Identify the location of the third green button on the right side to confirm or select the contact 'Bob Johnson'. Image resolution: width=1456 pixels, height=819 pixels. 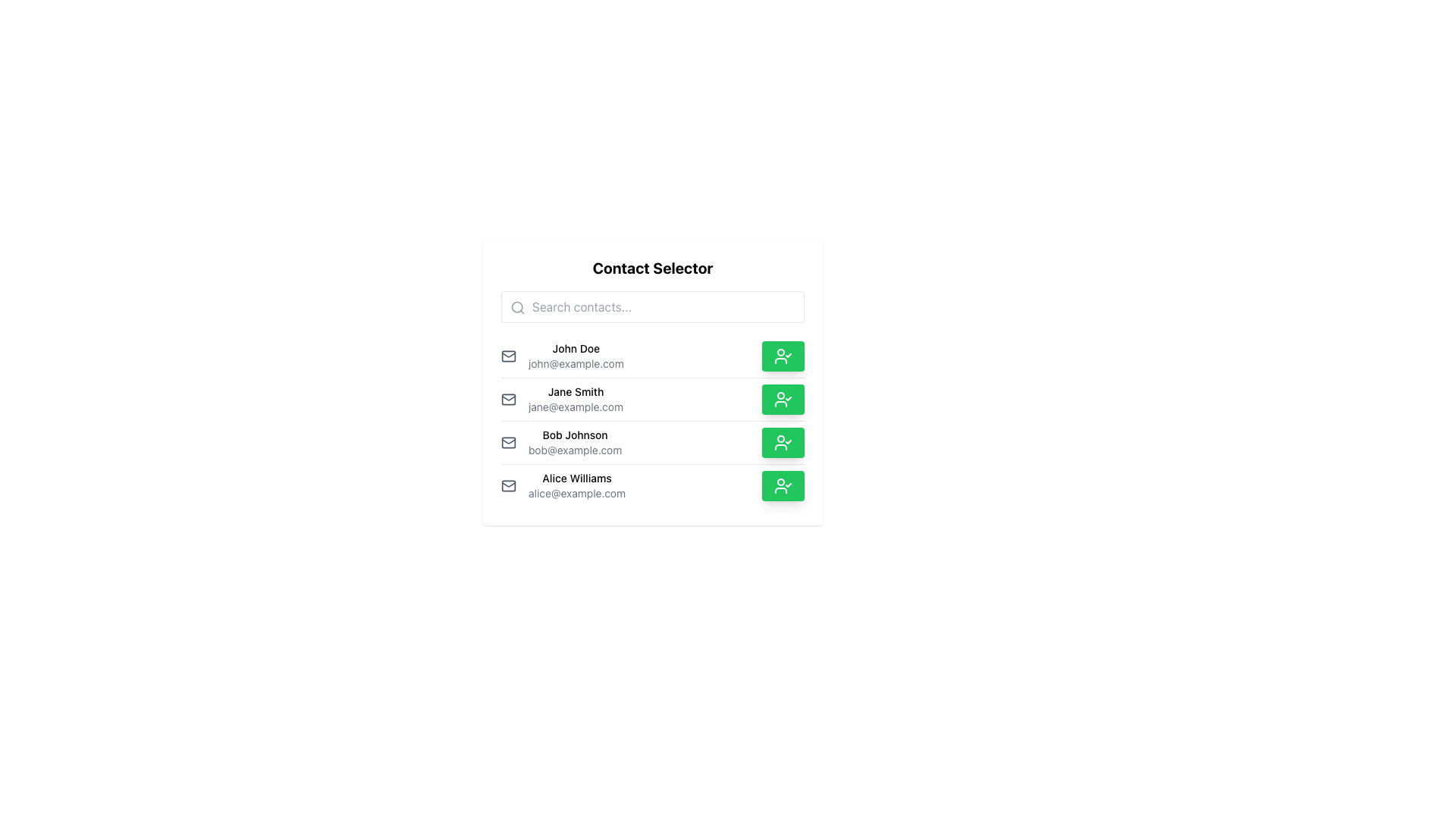
(783, 442).